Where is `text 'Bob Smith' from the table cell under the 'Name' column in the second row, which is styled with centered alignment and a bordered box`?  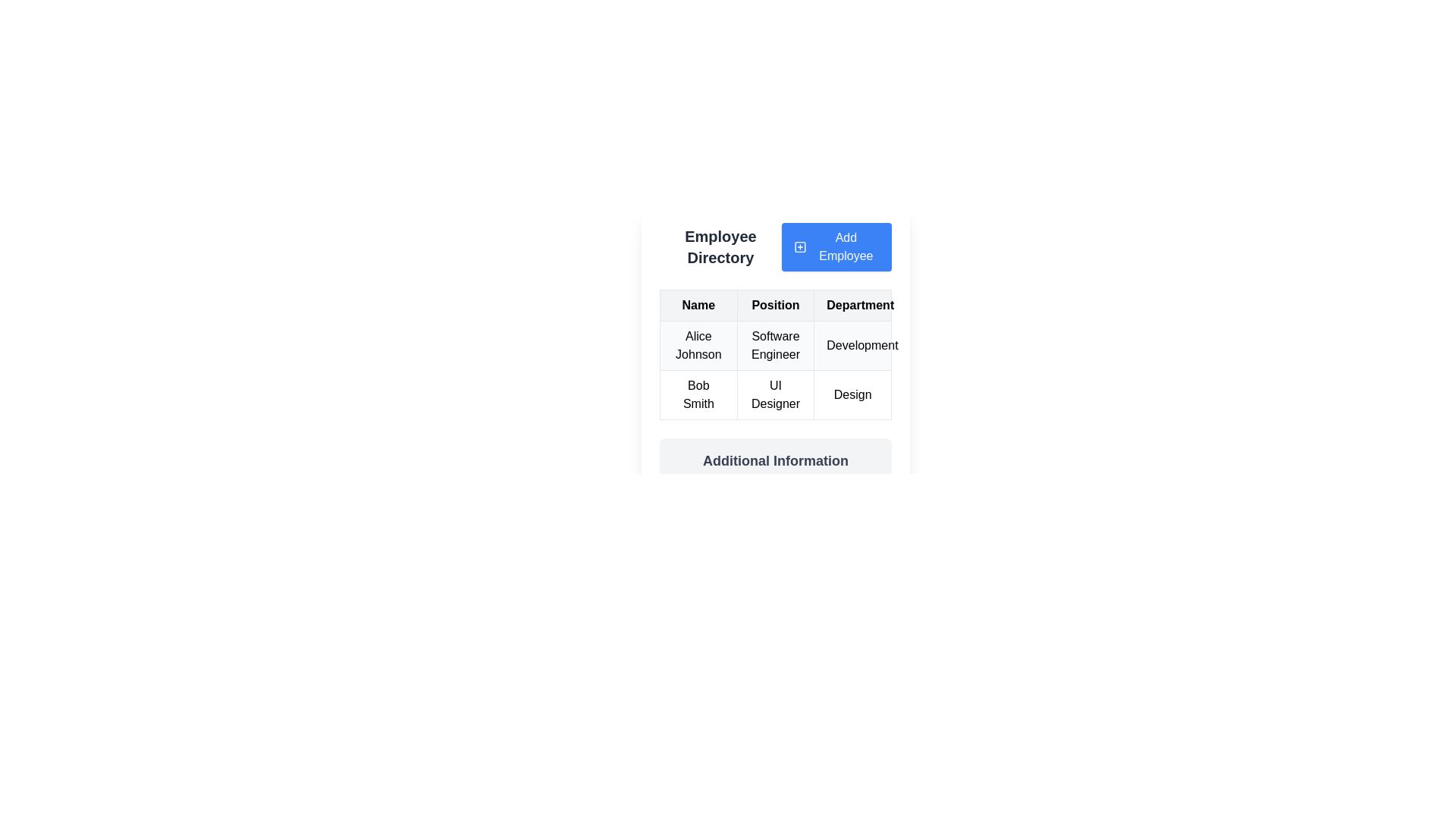
text 'Bob Smith' from the table cell under the 'Name' column in the second row, which is styled with centered alignment and a bordered box is located at coordinates (698, 394).